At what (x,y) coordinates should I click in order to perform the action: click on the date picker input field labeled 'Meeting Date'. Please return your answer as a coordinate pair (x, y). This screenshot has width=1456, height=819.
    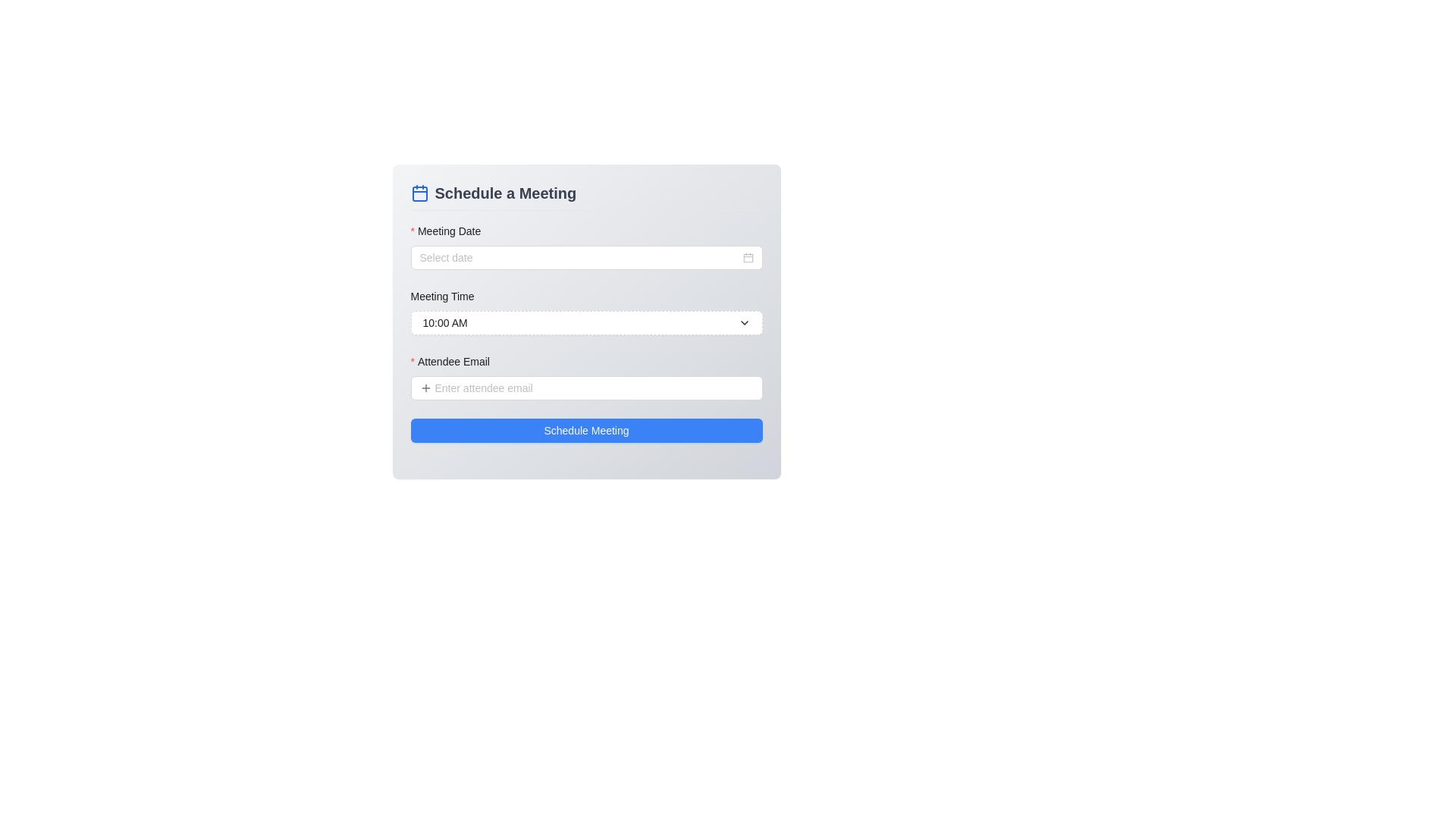
    Looking at the image, I should click on (585, 256).